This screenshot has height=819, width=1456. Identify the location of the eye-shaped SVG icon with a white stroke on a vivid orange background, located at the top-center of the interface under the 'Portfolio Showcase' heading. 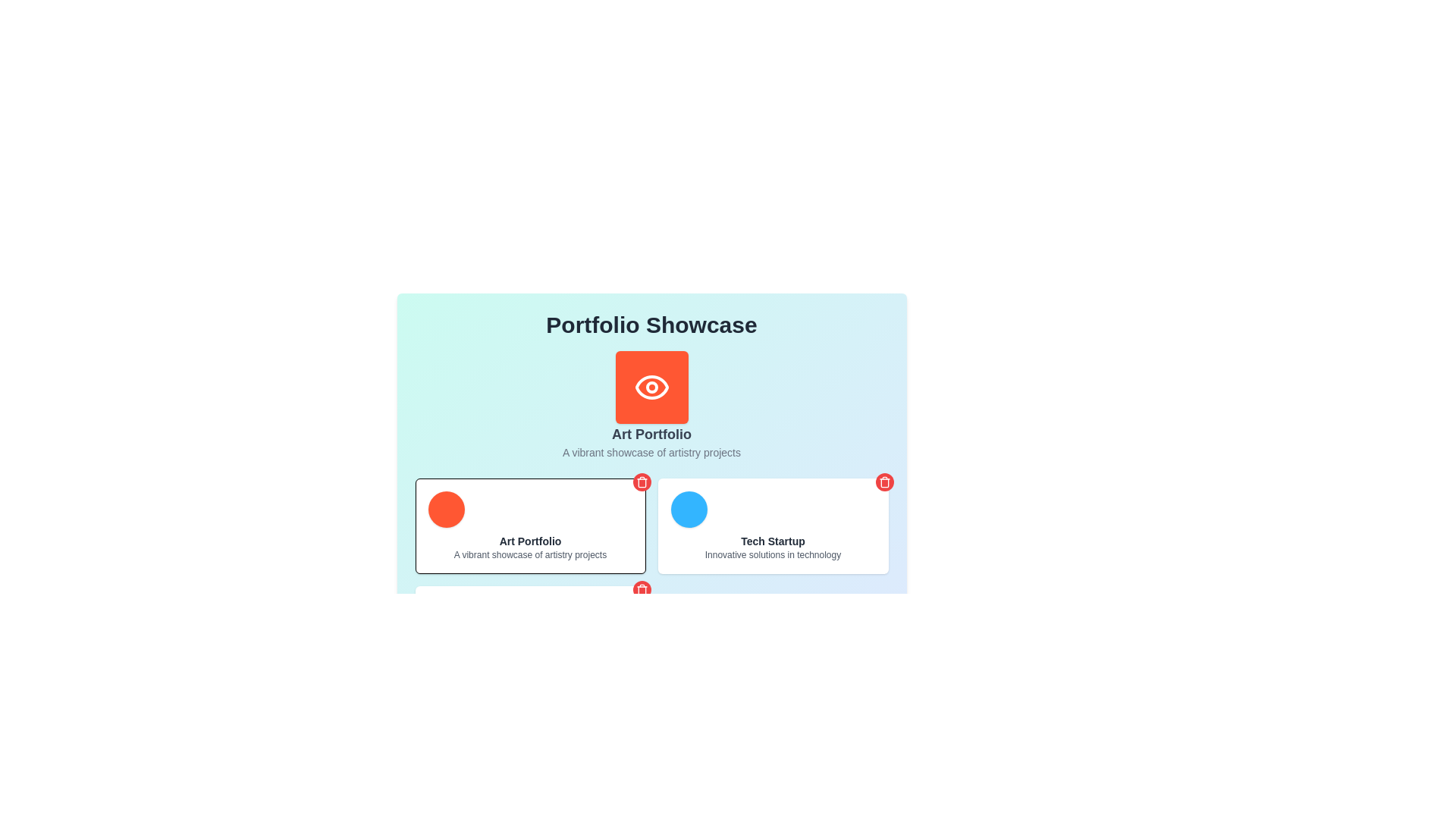
(651, 386).